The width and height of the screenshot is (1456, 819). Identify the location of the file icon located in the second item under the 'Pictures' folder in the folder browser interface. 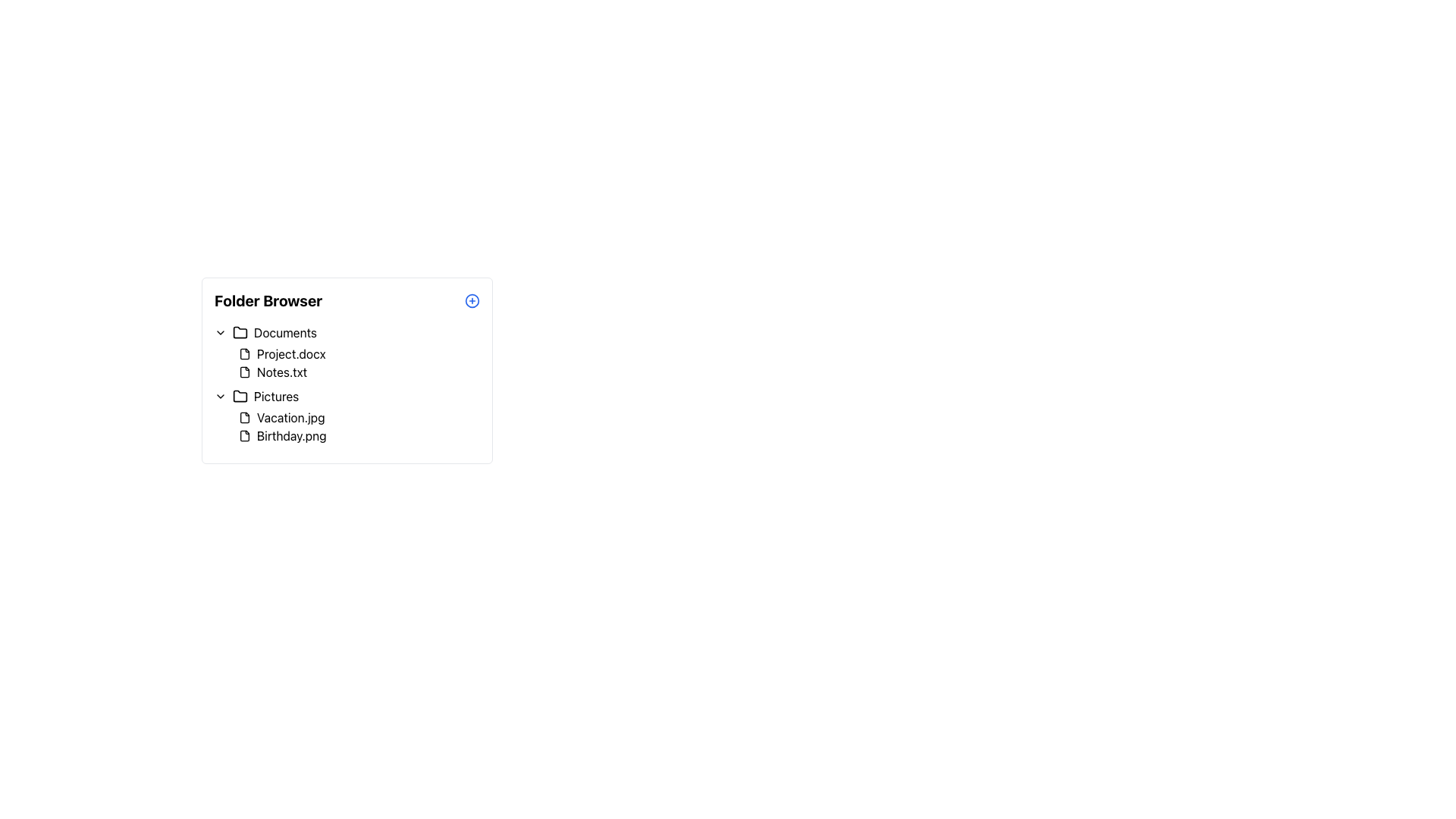
(244, 435).